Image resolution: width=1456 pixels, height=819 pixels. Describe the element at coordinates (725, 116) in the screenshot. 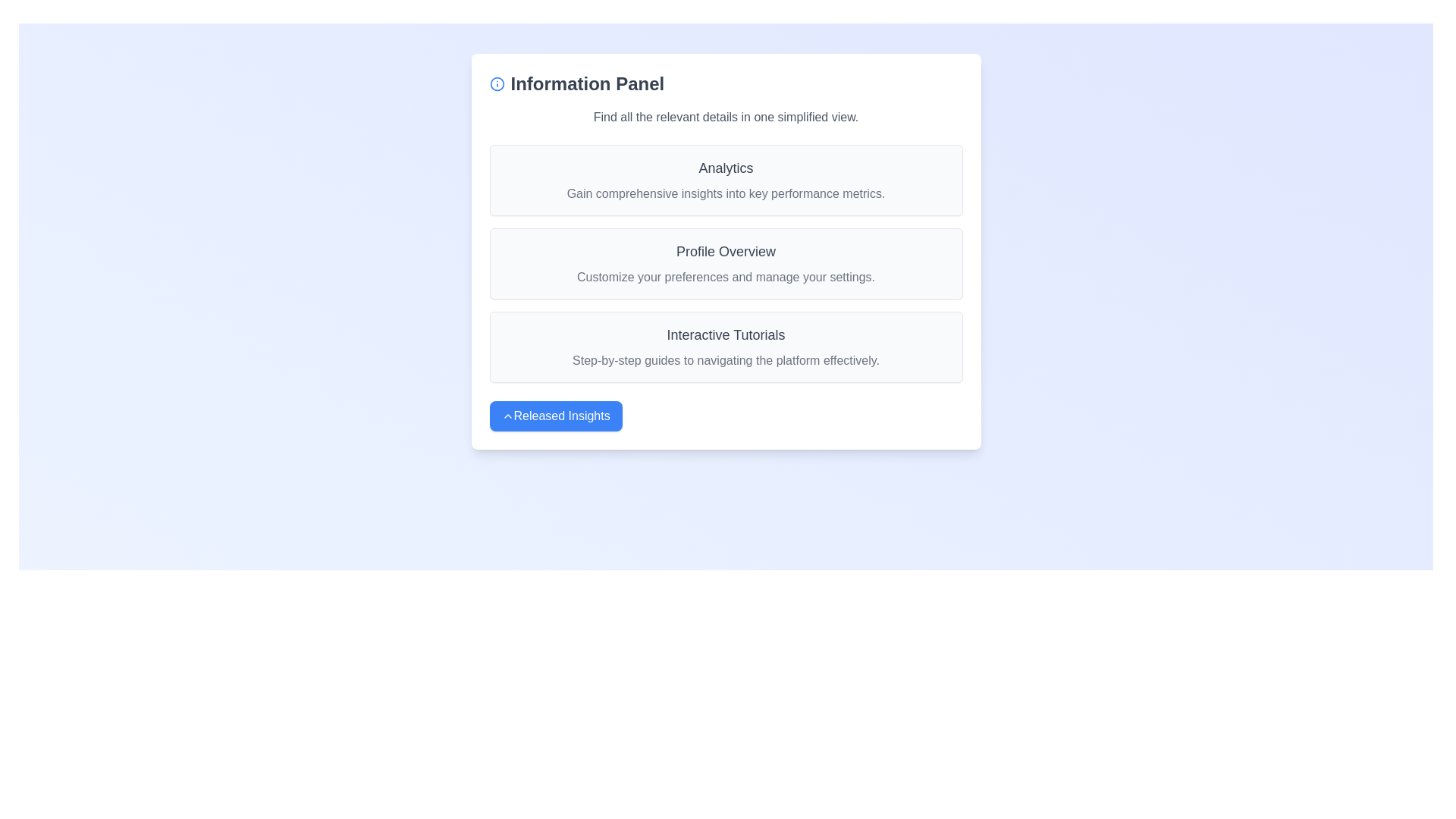

I see `text block displaying 'Find all the relevant details in one simplified view.' located under the 'Information Panel' title and above the 'Analytics' section` at that location.